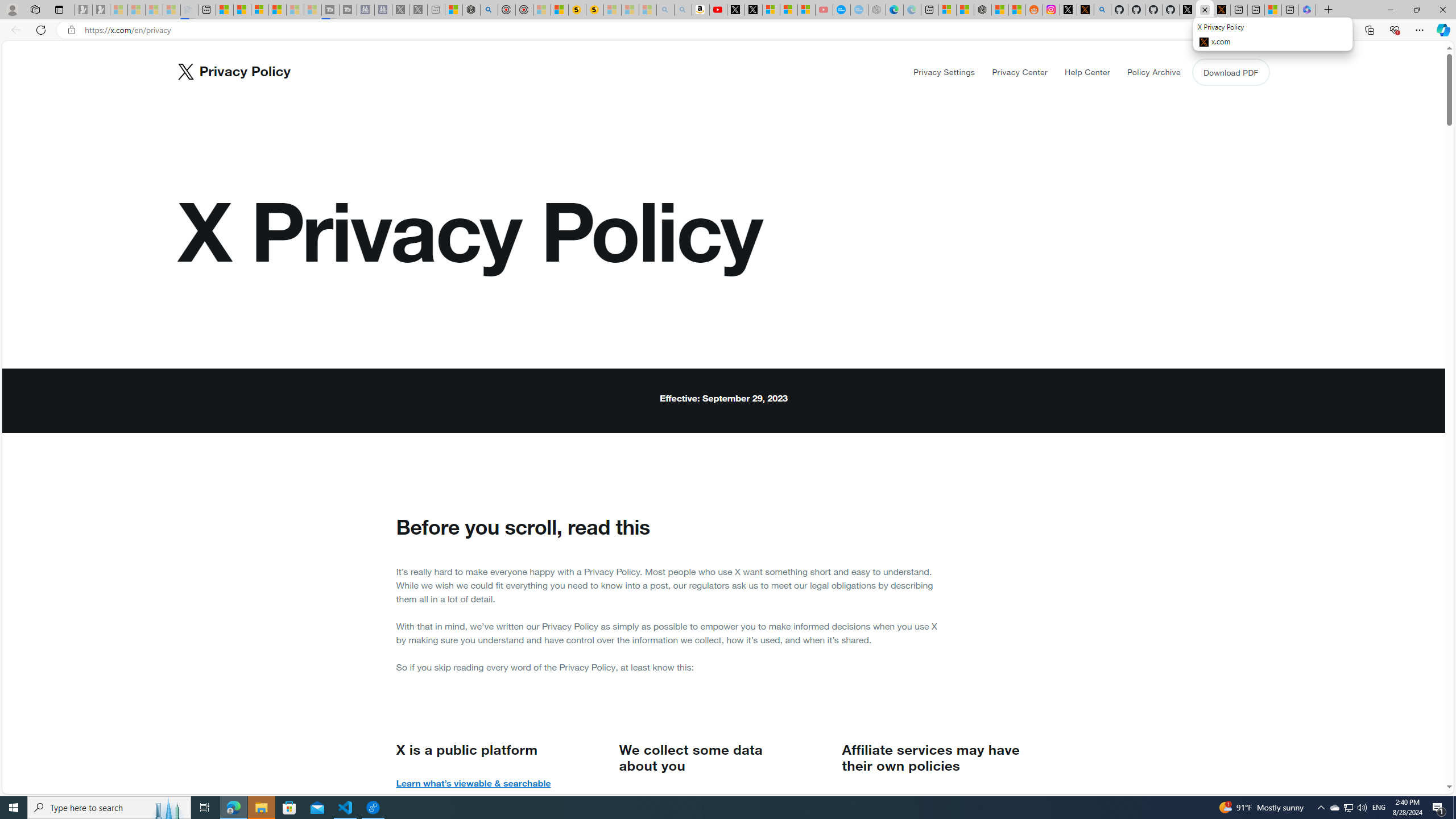 The image size is (1456, 819). Describe the element at coordinates (1087, 72) in the screenshot. I see `'Help Center'` at that location.